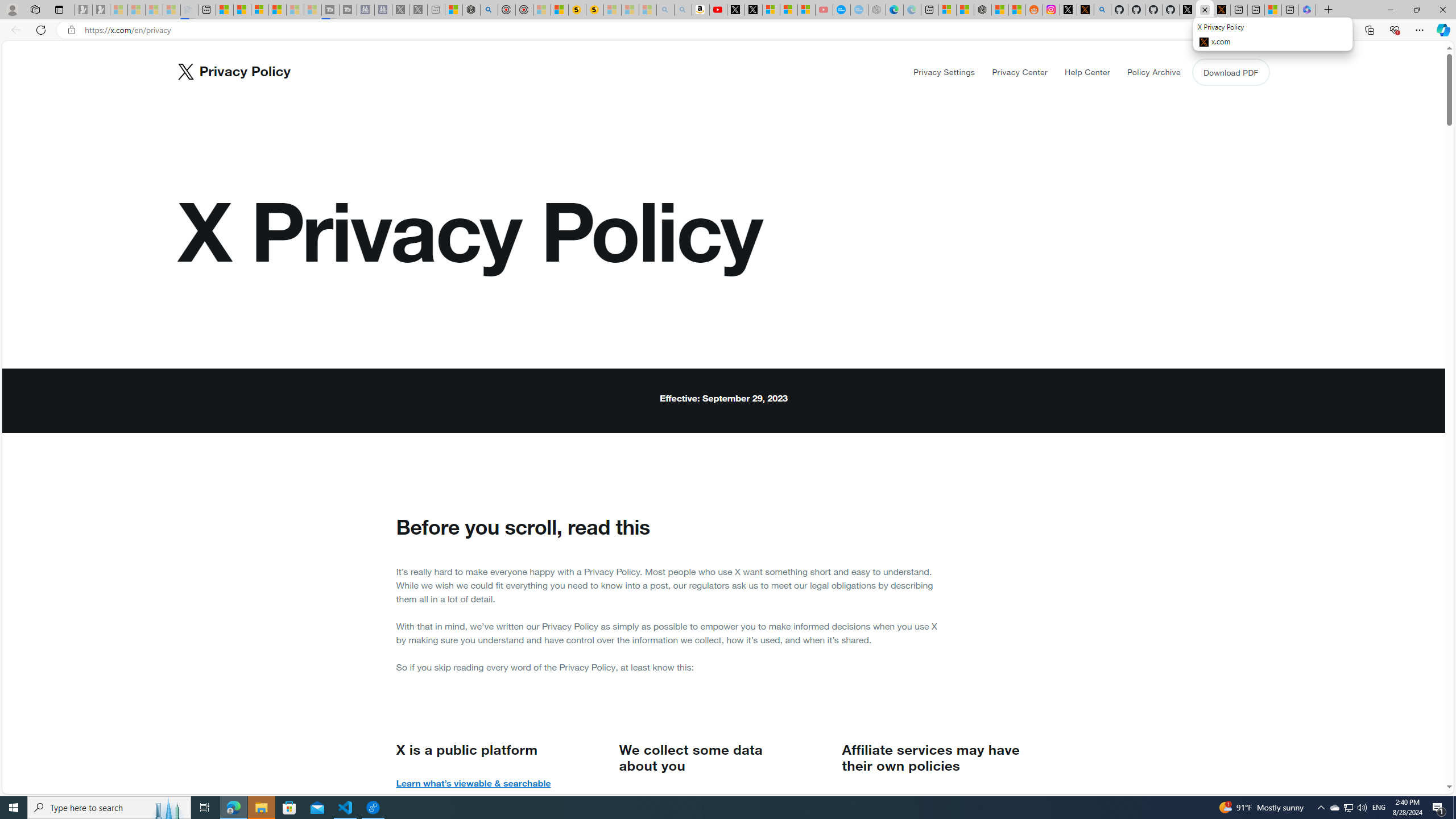 The image size is (1456, 819). Describe the element at coordinates (1087, 72) in the screenshot. I see `'Help Center'` at that location.